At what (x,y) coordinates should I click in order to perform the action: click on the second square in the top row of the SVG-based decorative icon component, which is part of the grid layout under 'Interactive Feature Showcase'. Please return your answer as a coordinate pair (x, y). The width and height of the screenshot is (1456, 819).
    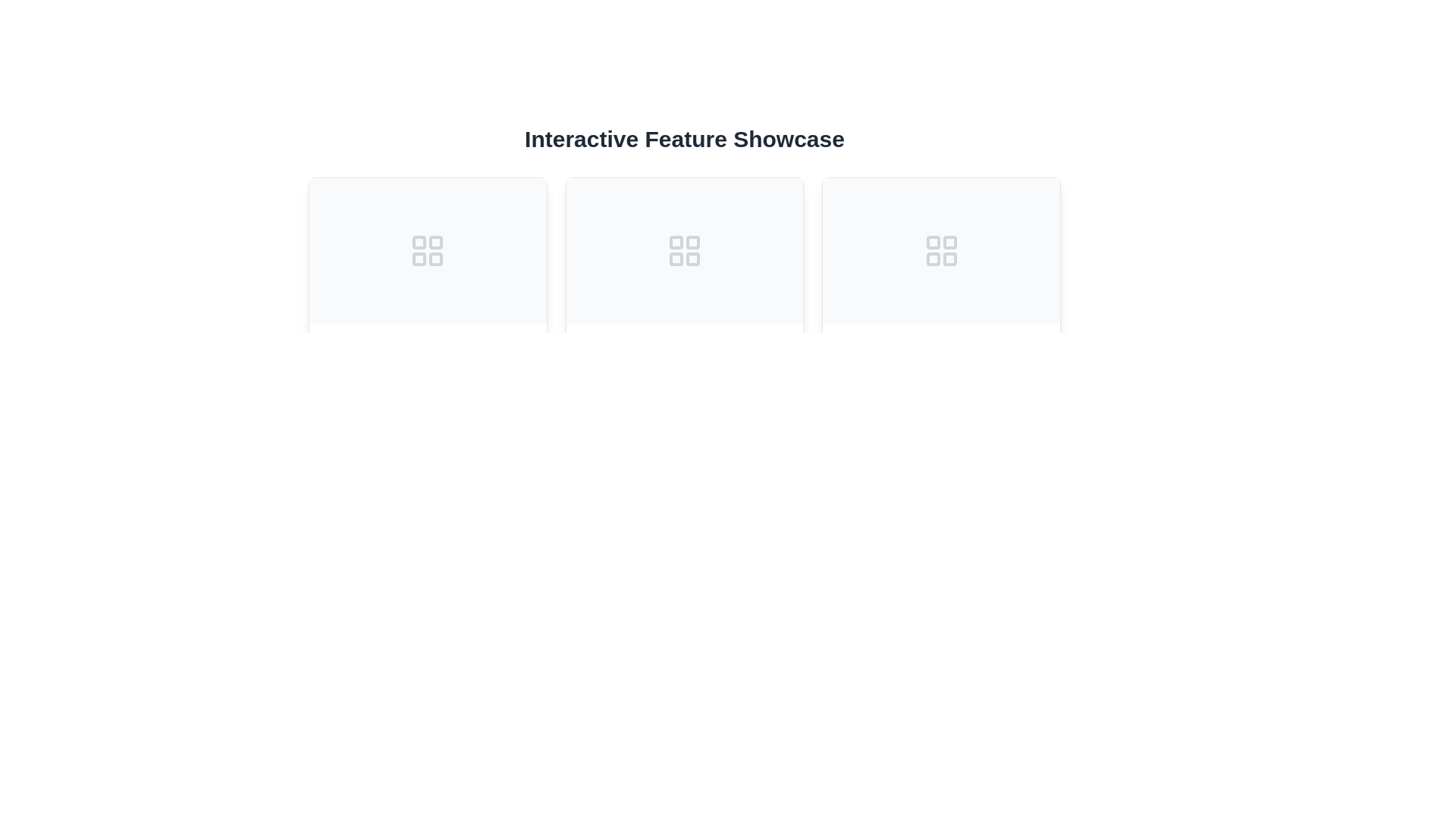
    Looking at the image, I should click on (435, 242).